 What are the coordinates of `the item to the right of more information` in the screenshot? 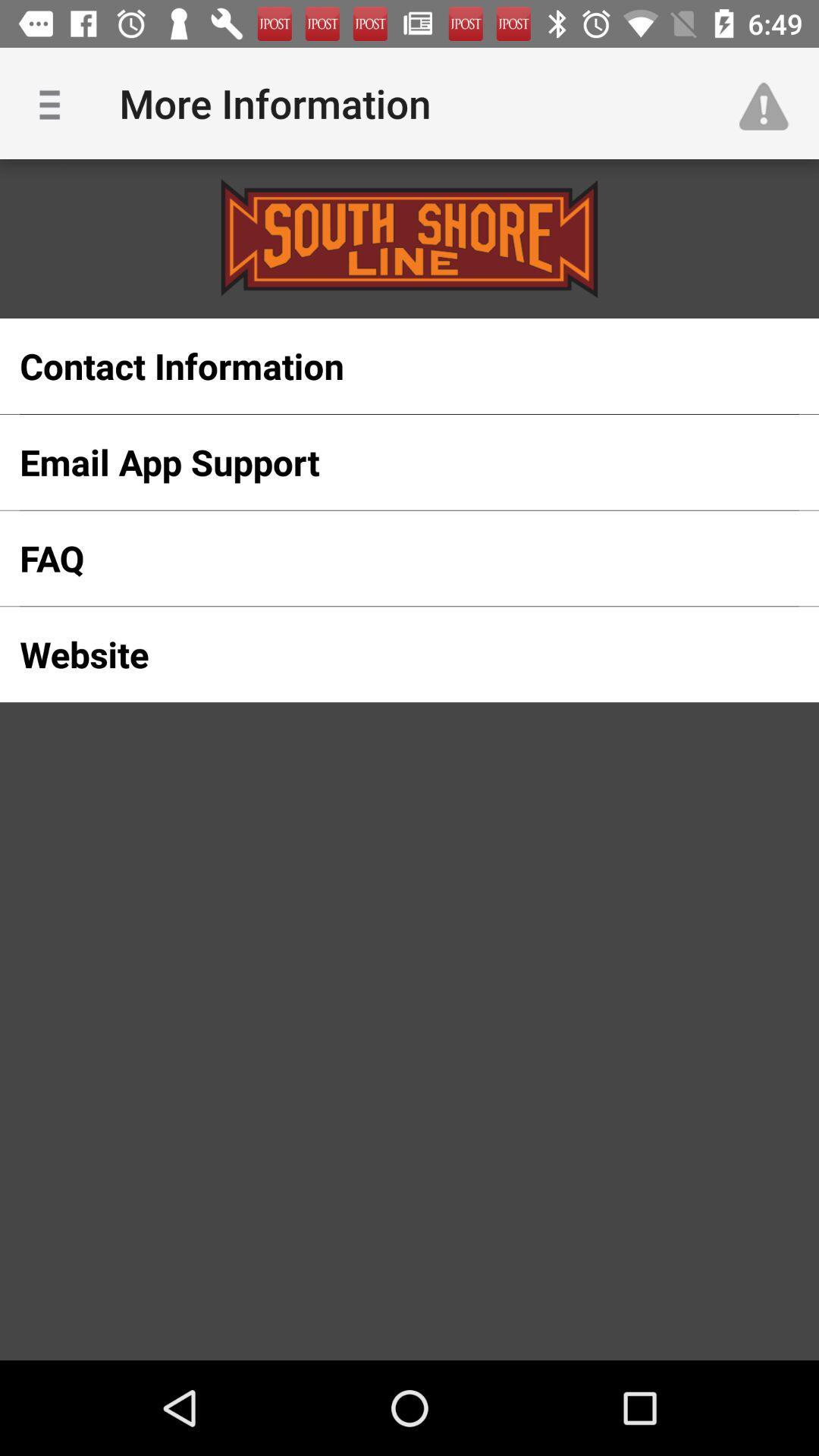 It's located at (771, 102).